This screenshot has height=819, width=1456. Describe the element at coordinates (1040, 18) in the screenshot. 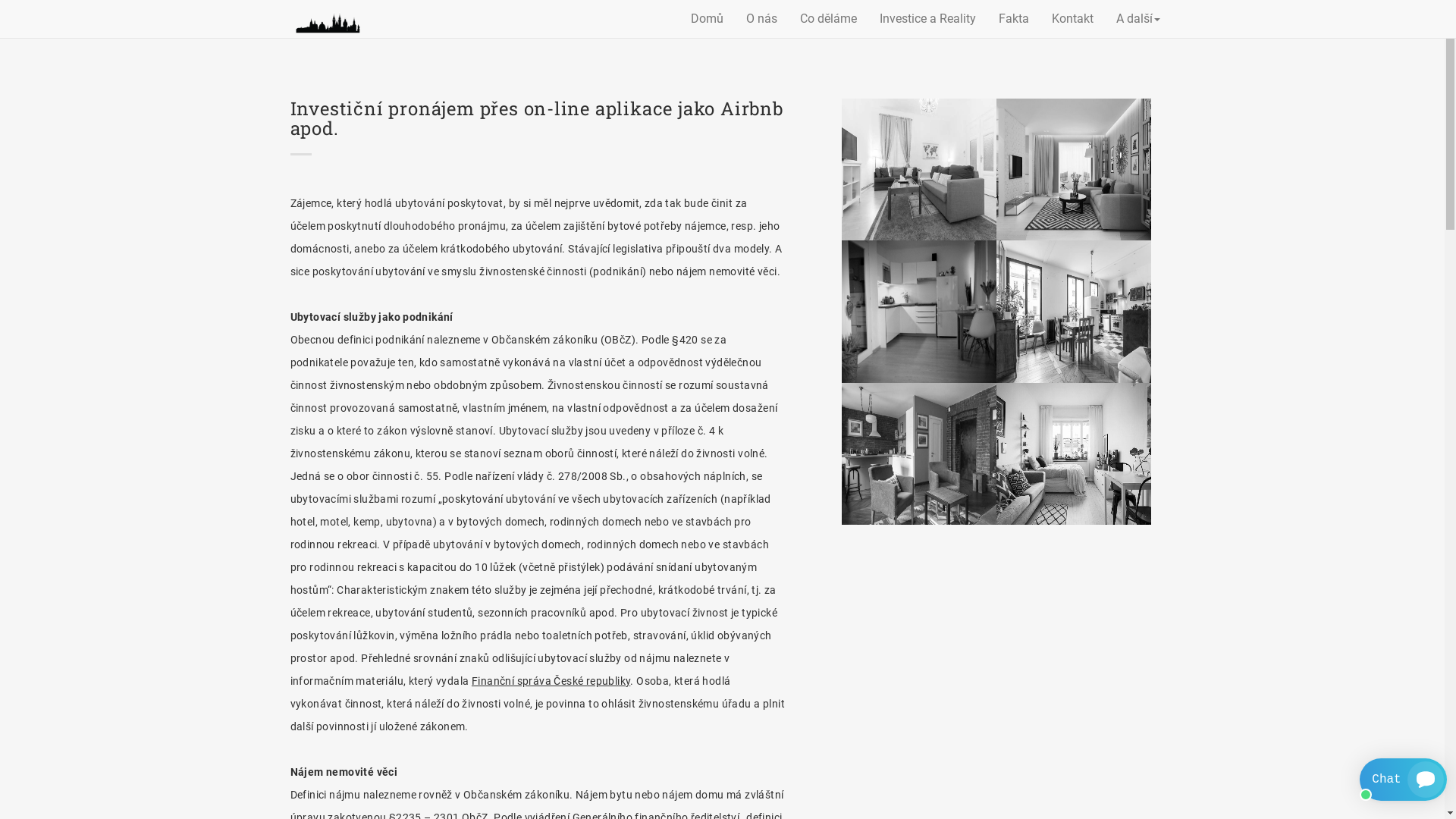

I see `'Kontakt'` at that location.